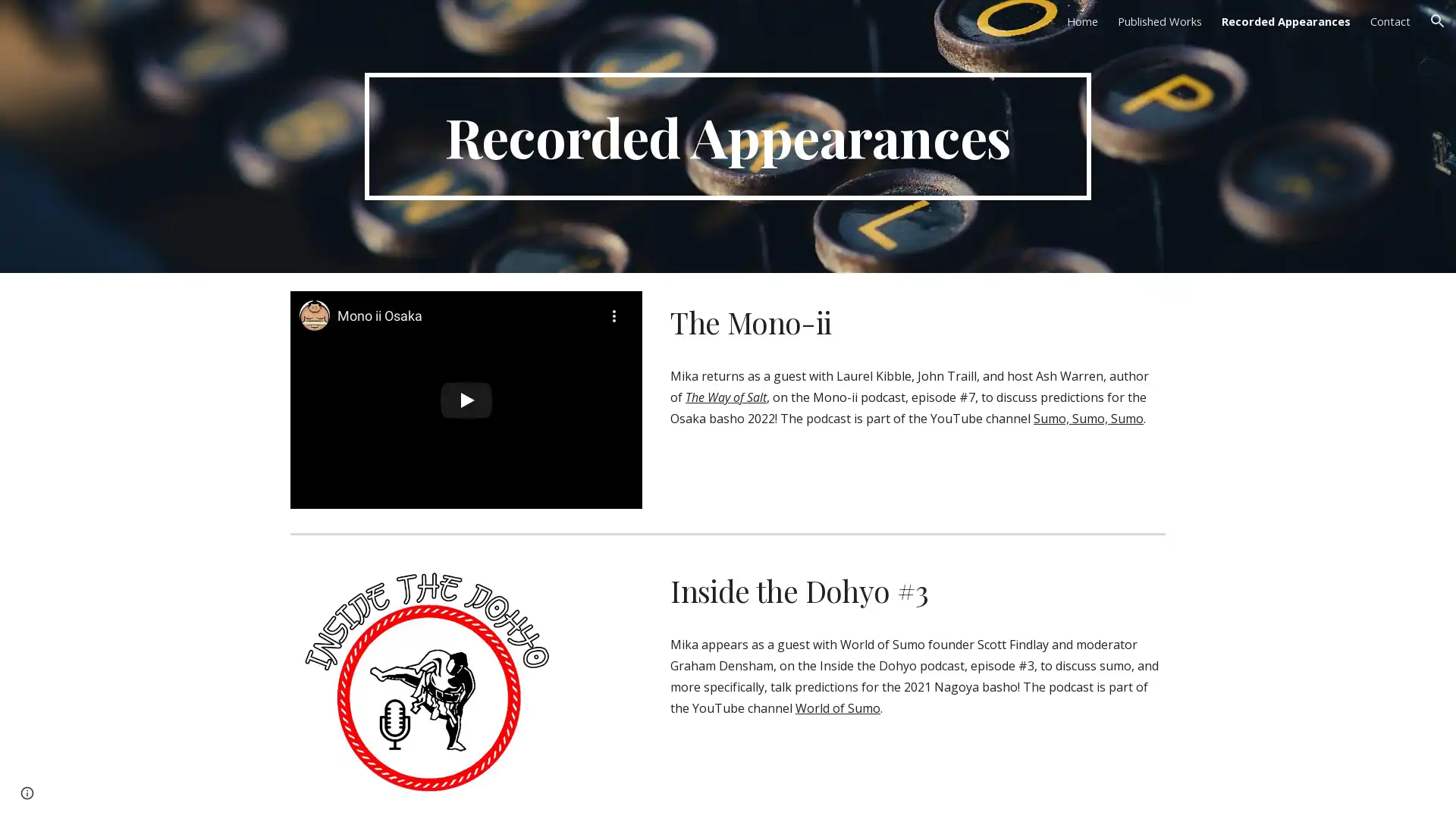  Describe the element at coordinates (855, 321) in the screenshot. I see `Copy heading link` at that location.